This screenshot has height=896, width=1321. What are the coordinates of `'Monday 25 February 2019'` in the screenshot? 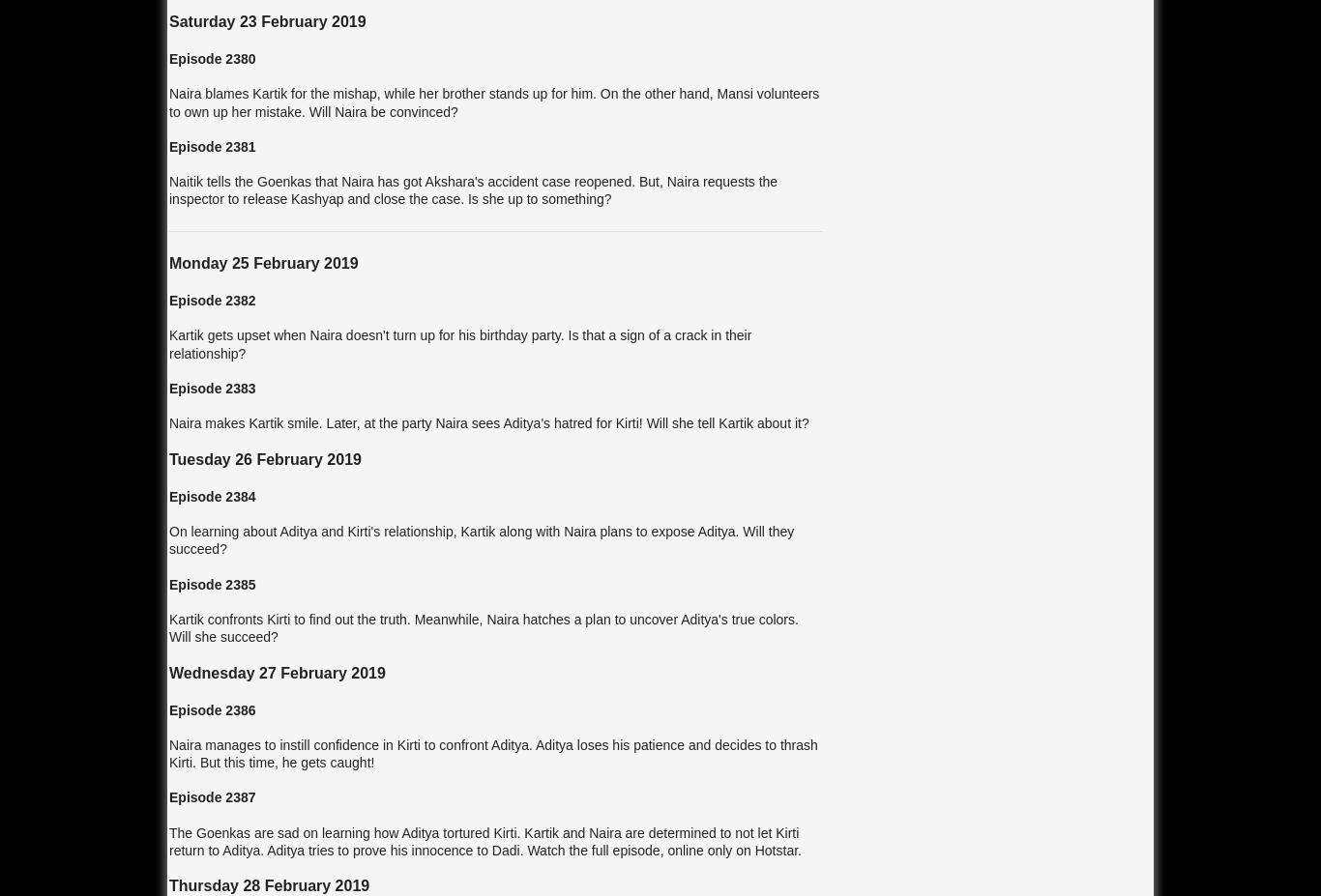 It's located at (263, 263).